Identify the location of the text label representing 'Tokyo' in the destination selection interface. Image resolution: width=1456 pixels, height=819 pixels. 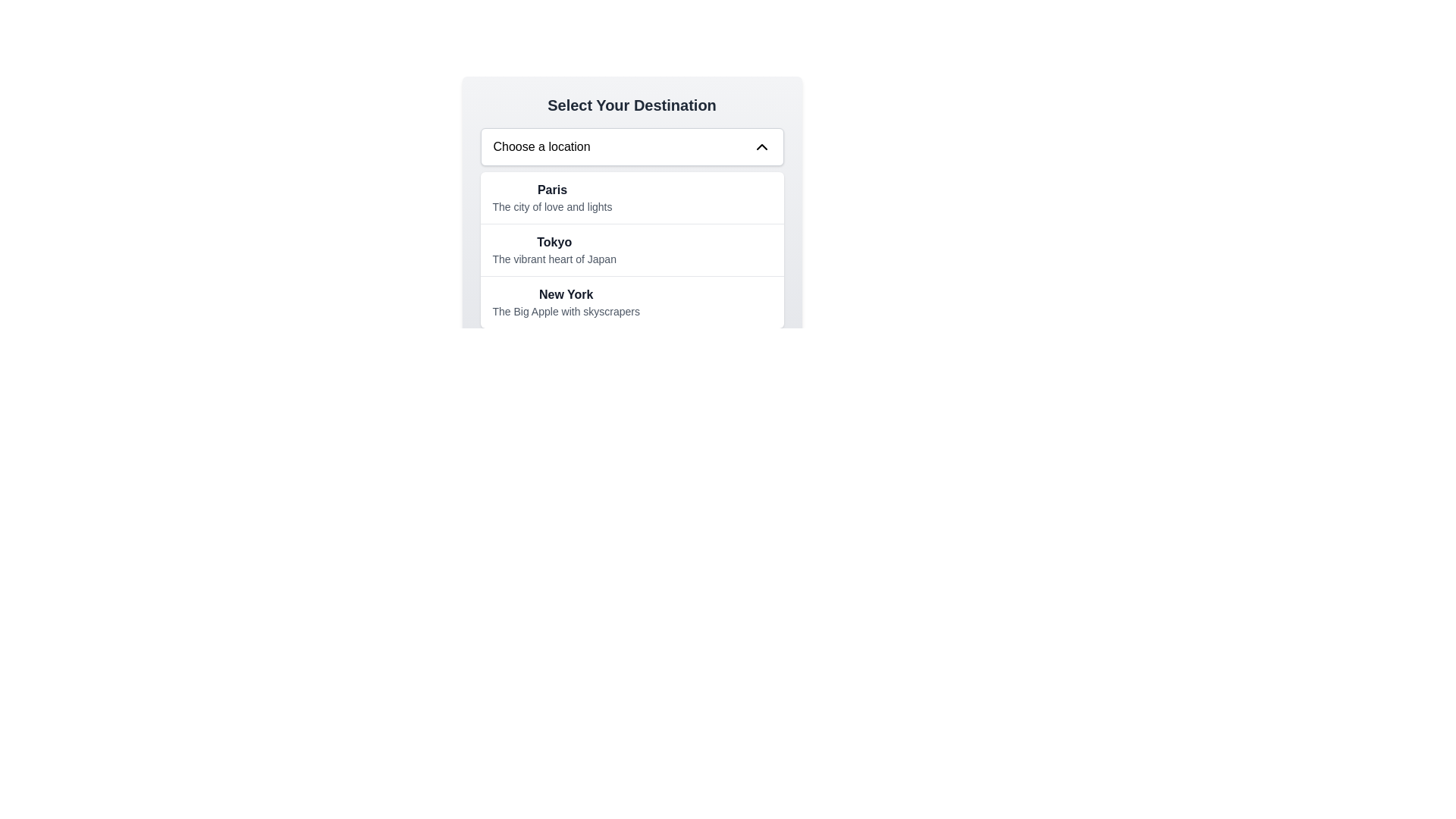
(554, 242).